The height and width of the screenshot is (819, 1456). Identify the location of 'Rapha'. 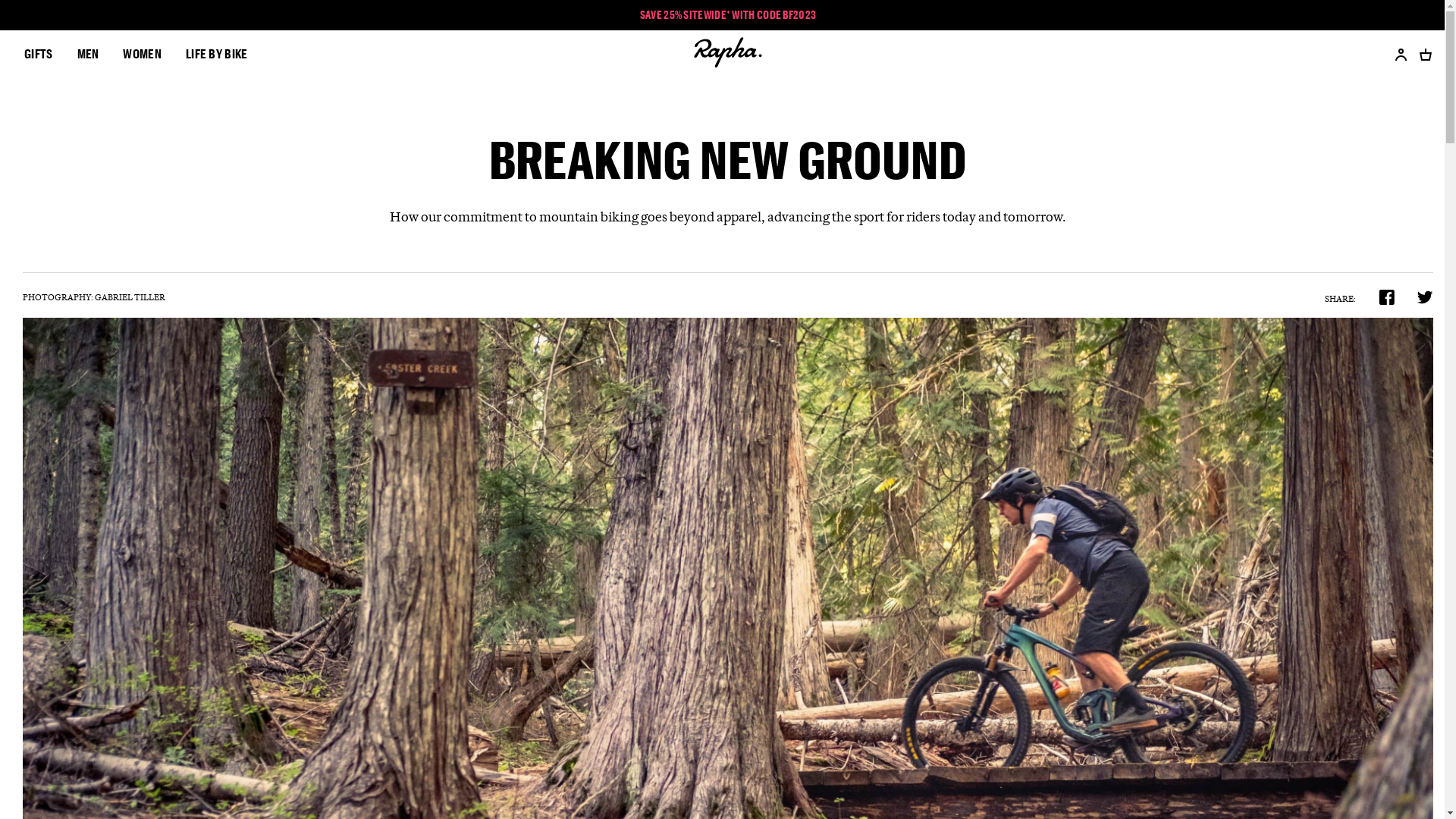
(728, 54).